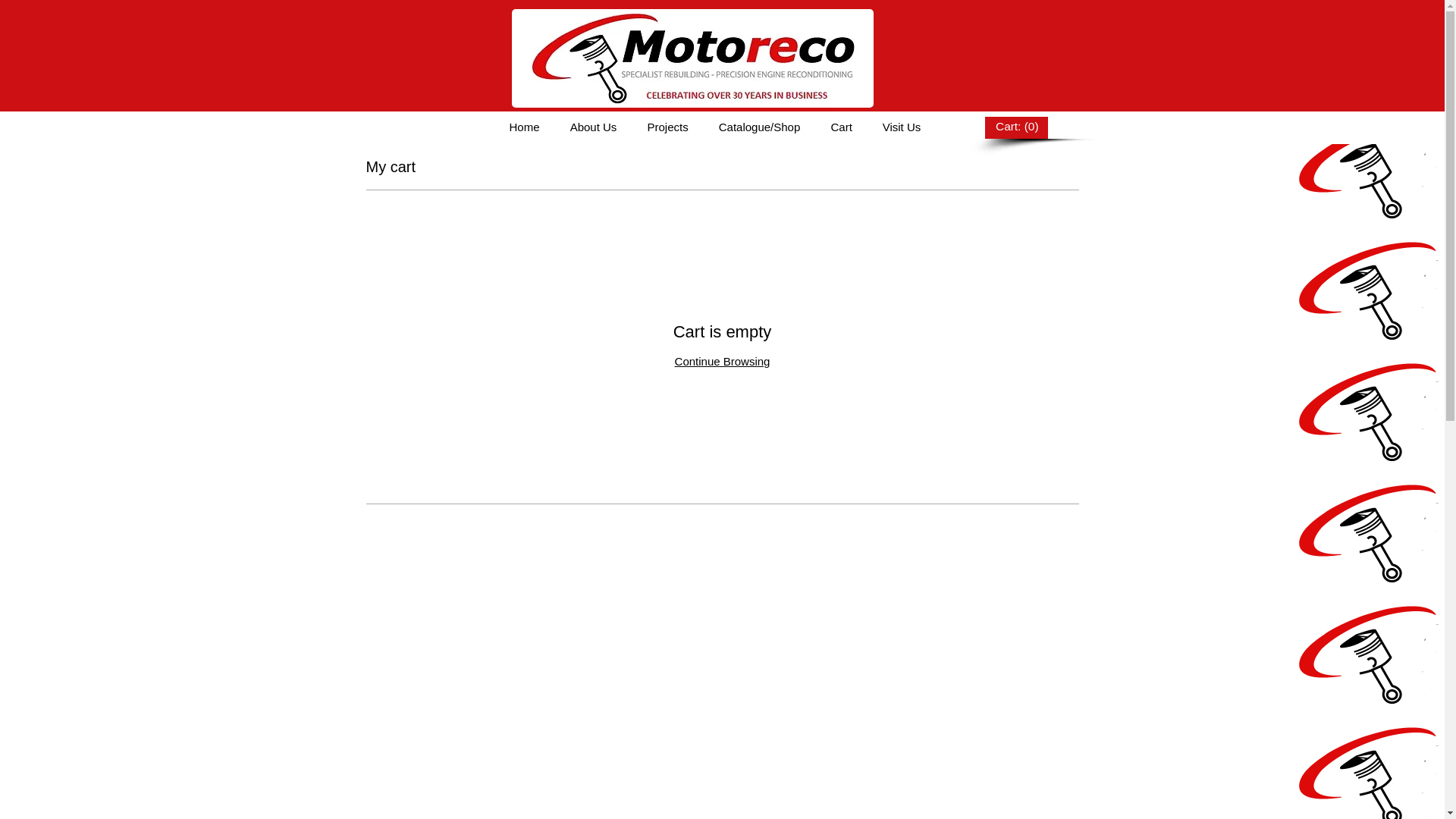 Image resolution: width=1456 pixels, height=819 pixels. I want to click on 'Cart', so click(814, 127).